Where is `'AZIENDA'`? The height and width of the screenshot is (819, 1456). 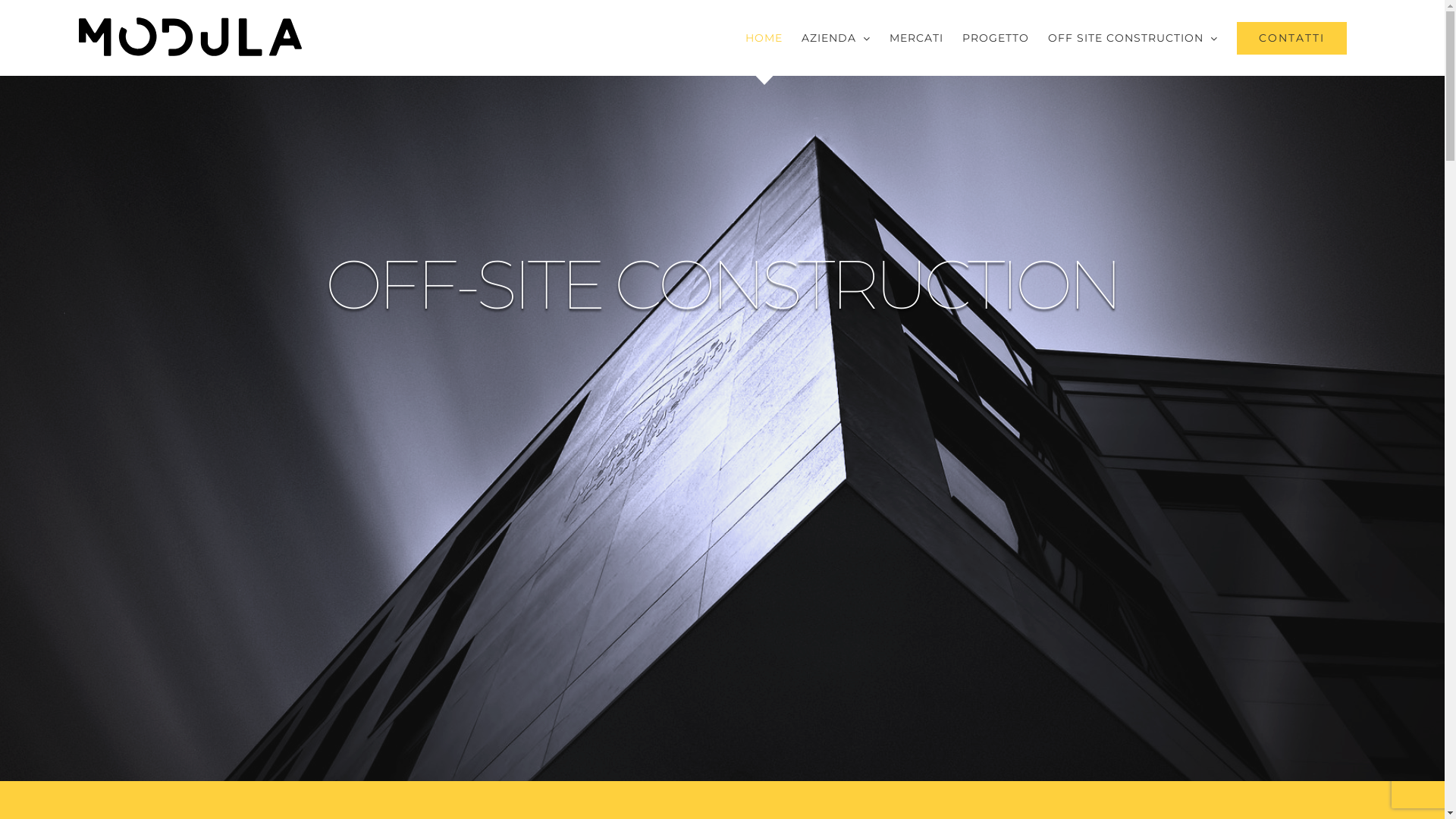 'AZIENDA' is located at coordinates (835, 37).